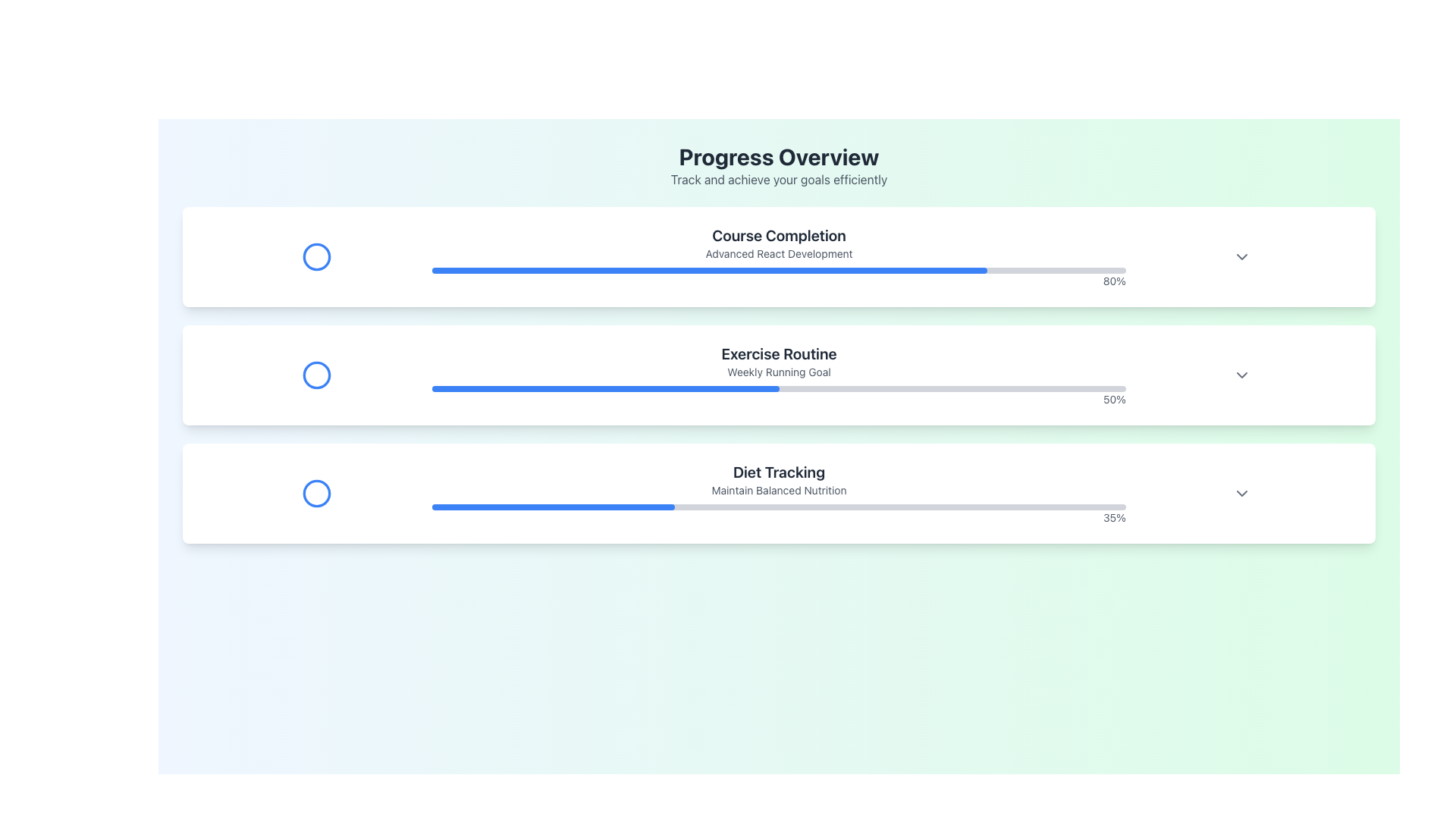 This screenshot has width=1456, height=819. Describe the element at coordinates (779, 270) in the screenshot. I see `the Progress Bar that visually represents the completion percentage in the 'Course Completion' row, located above the text '80%'` at that location.